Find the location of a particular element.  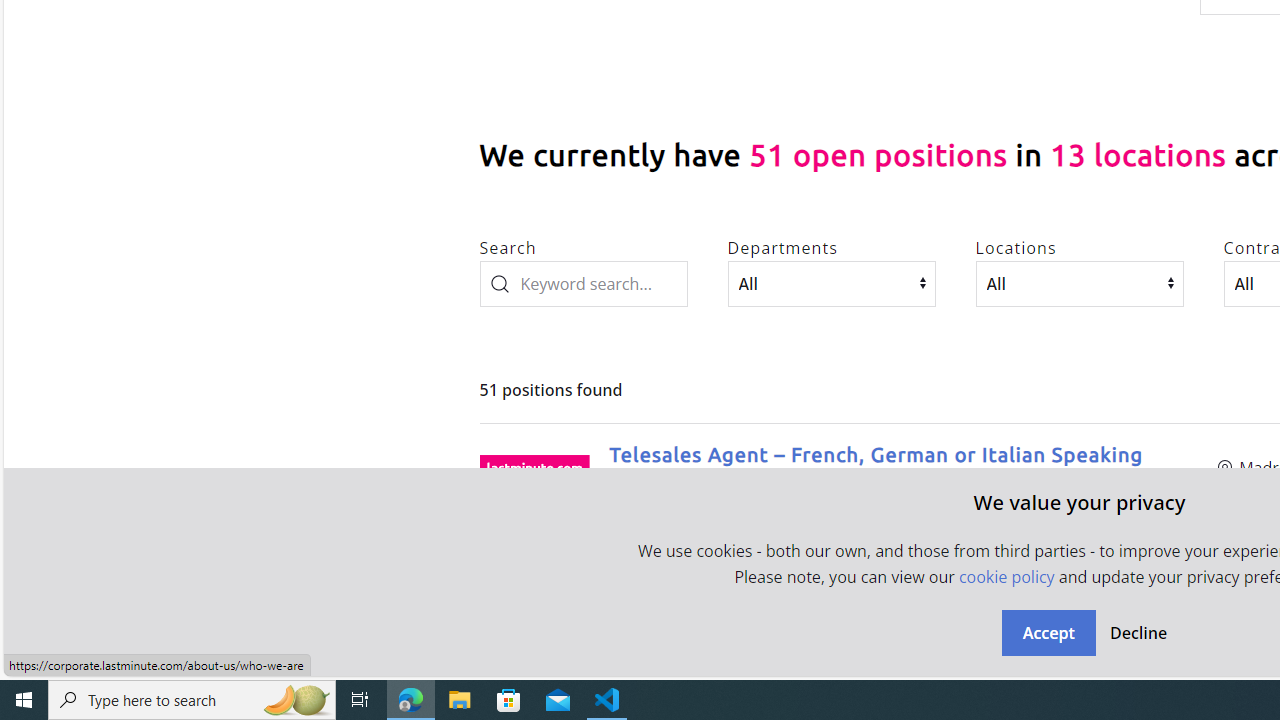

'Decline' is located at coordinates (1137, 632).